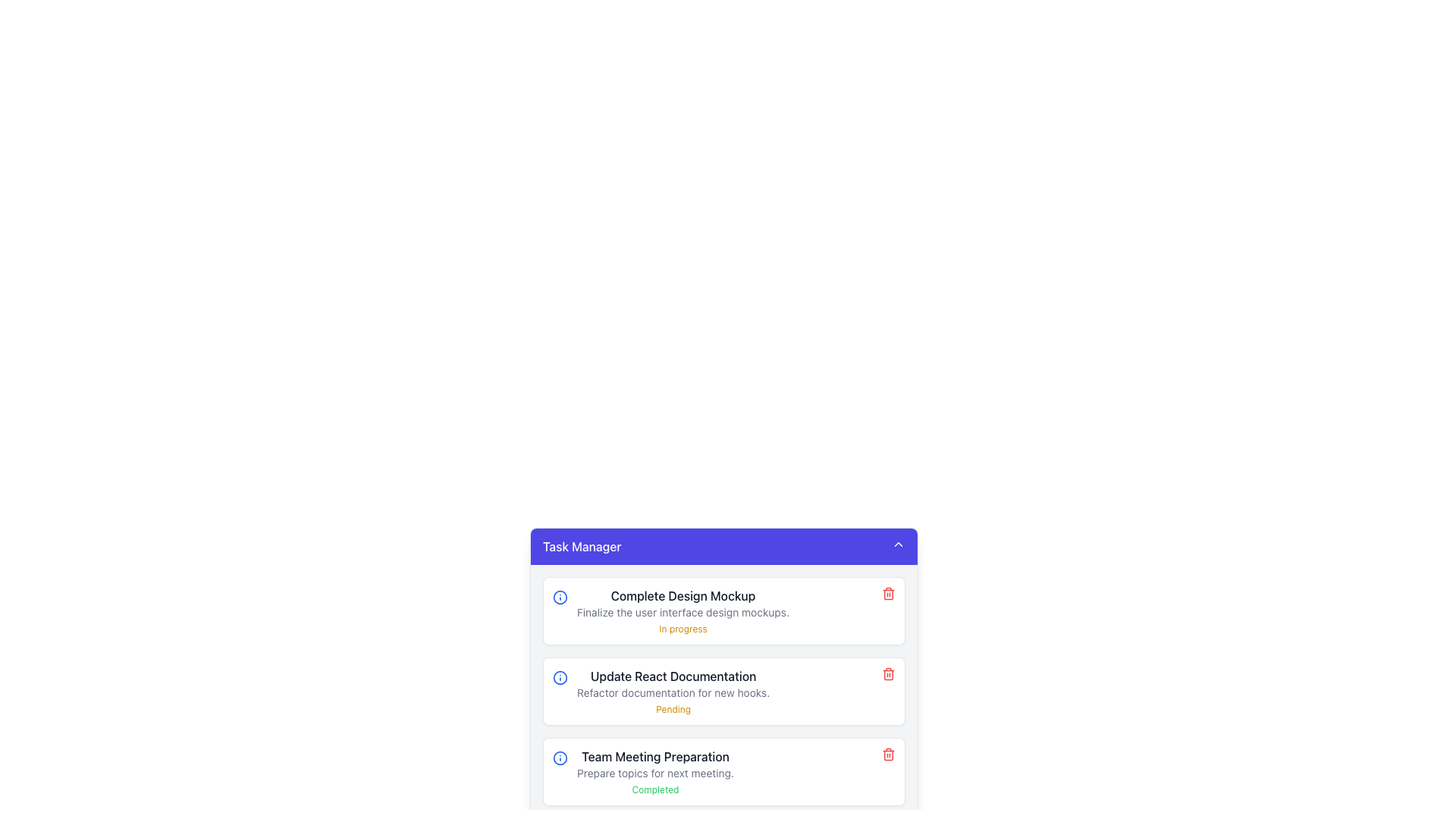 The height and width of the screenshot is (819, 1456). Describe the element at coordinates (888, 673) in the screenshot. I see `the delete button located at the far right of the 'Update React Documentation' task card` at that location.